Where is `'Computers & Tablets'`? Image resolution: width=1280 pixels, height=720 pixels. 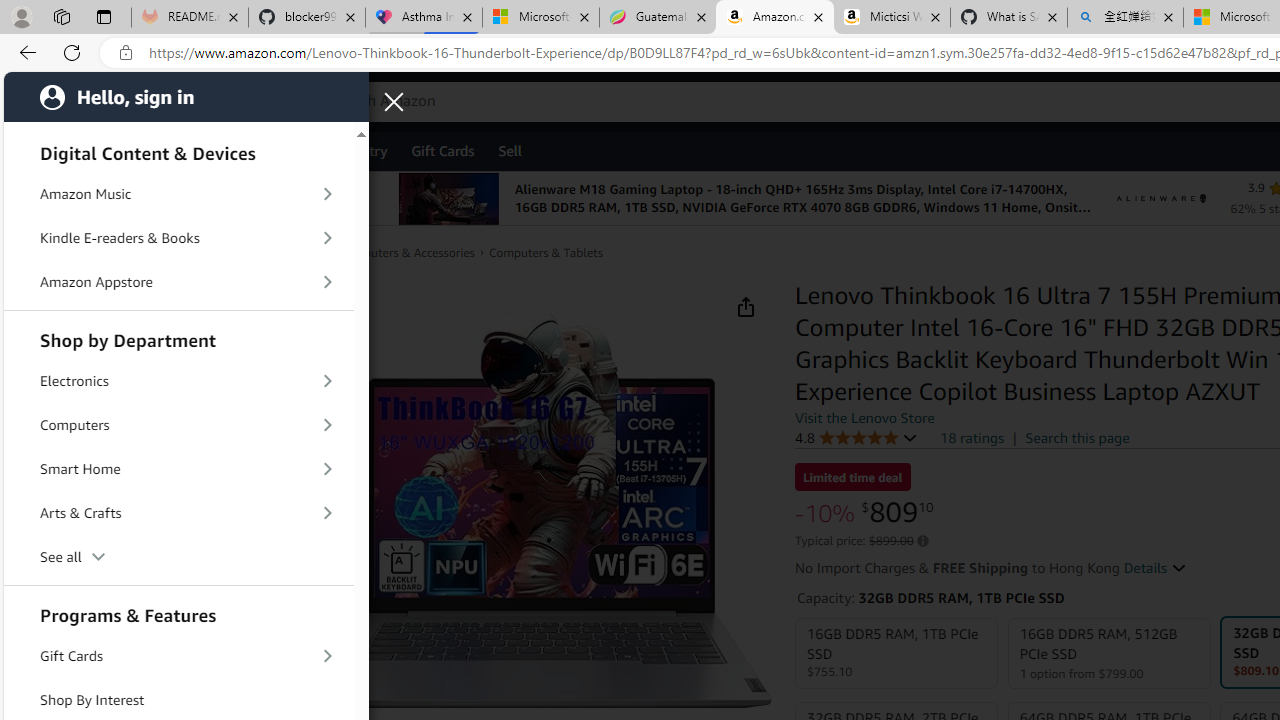
'Computers & Tablets' is located at coordinates (545, 252).